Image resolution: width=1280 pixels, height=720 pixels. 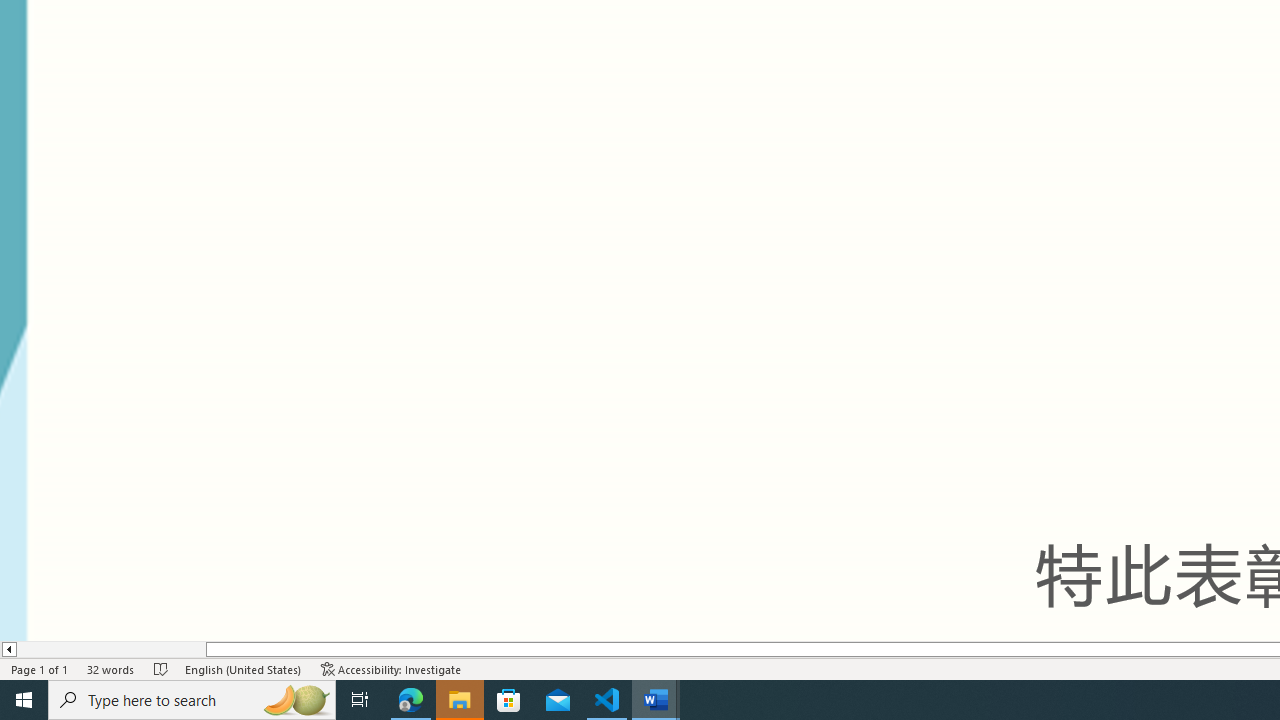 I want to click on 'Accessibility Checker Accessibility: Investigate', so click(x=391, y=669).